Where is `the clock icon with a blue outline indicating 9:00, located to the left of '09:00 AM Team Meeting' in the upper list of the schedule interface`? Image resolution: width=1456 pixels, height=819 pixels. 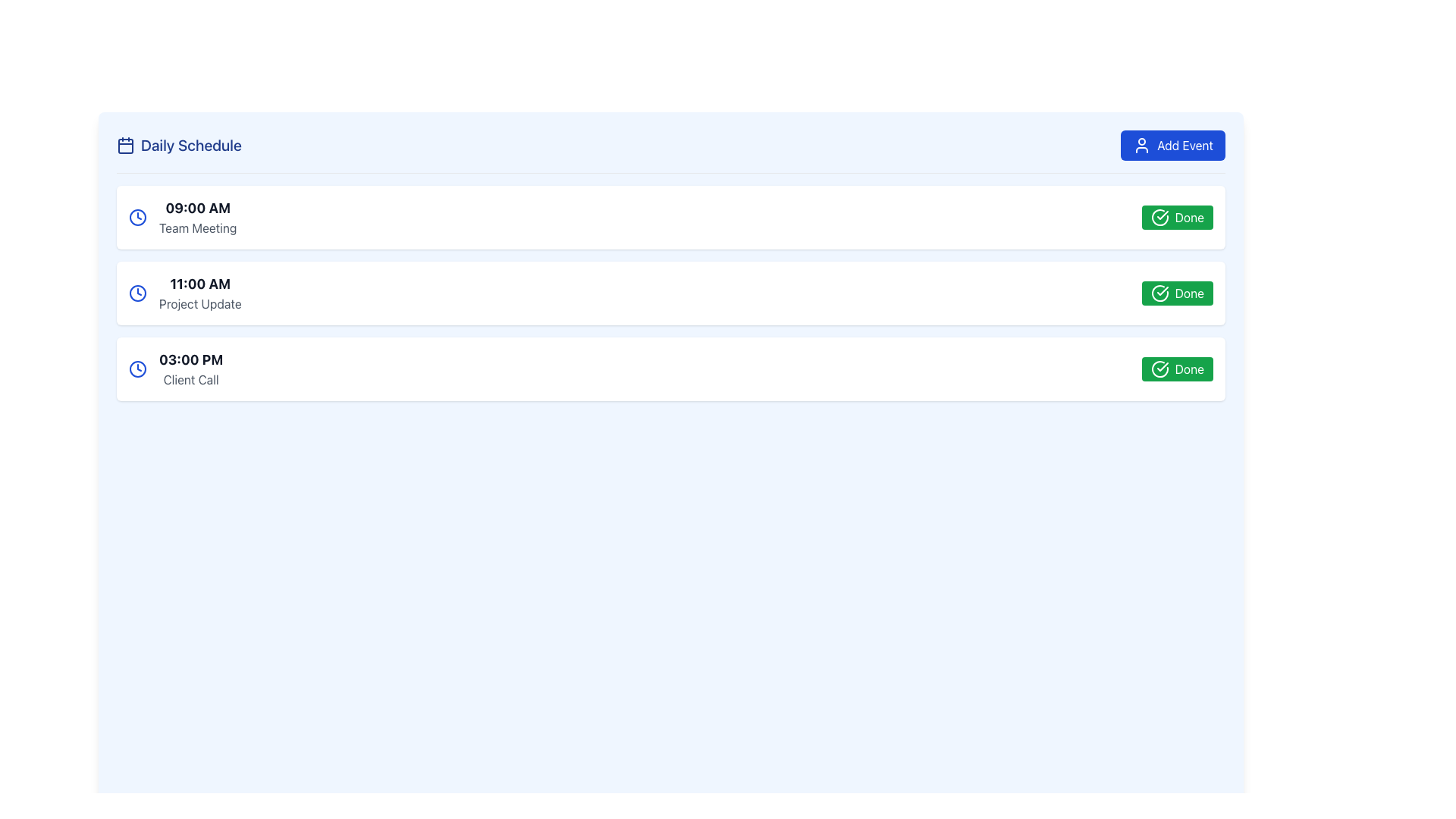
the clock icon with a blue outline indicating 9:00, located to the left of '09:00 AM Team Meeting' in the upper list of the schedule interface is located at coordinates (138, 217).